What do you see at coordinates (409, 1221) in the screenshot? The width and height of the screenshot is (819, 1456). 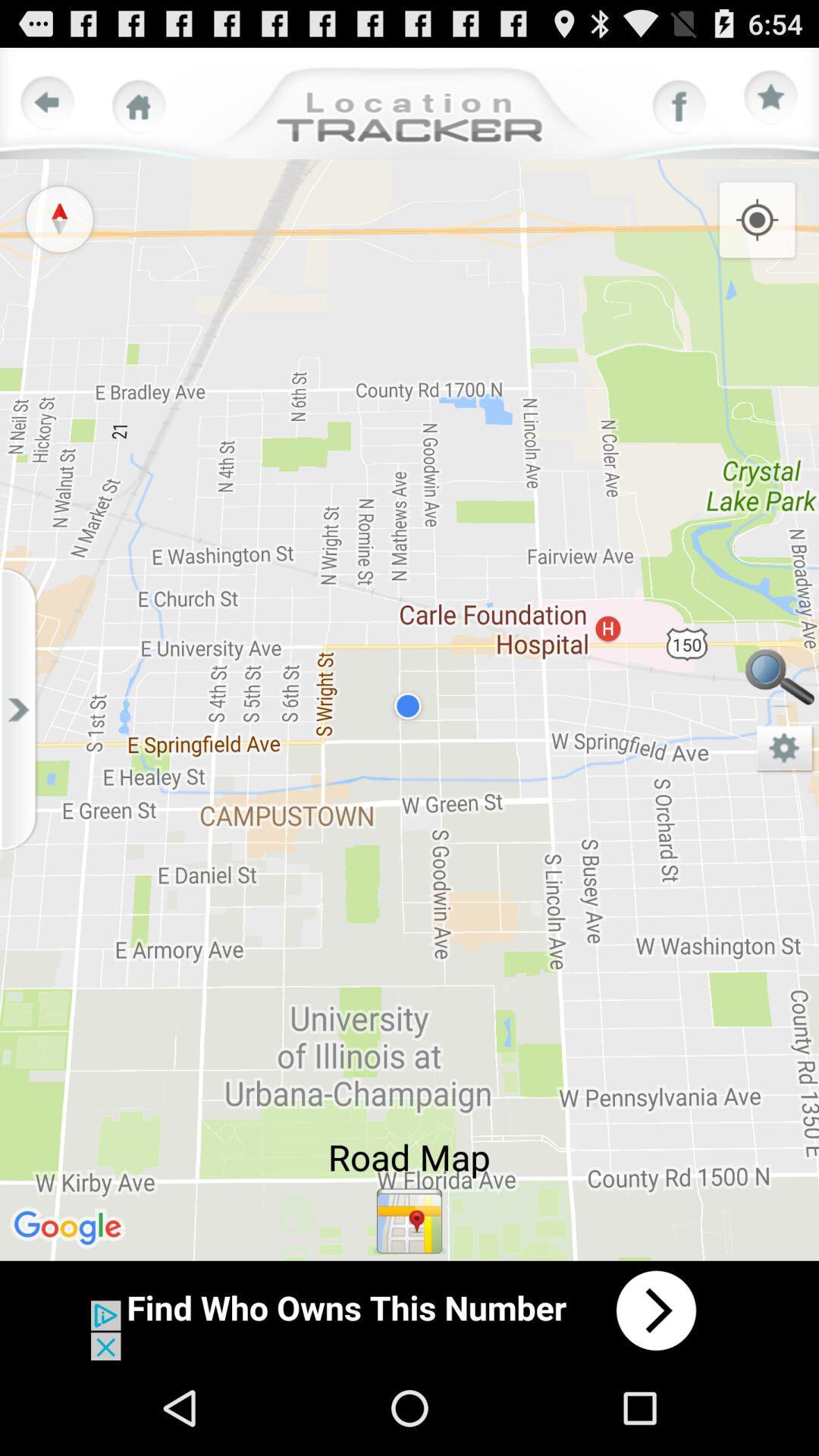 I see `the road map` at bounding box center [409, 1221].